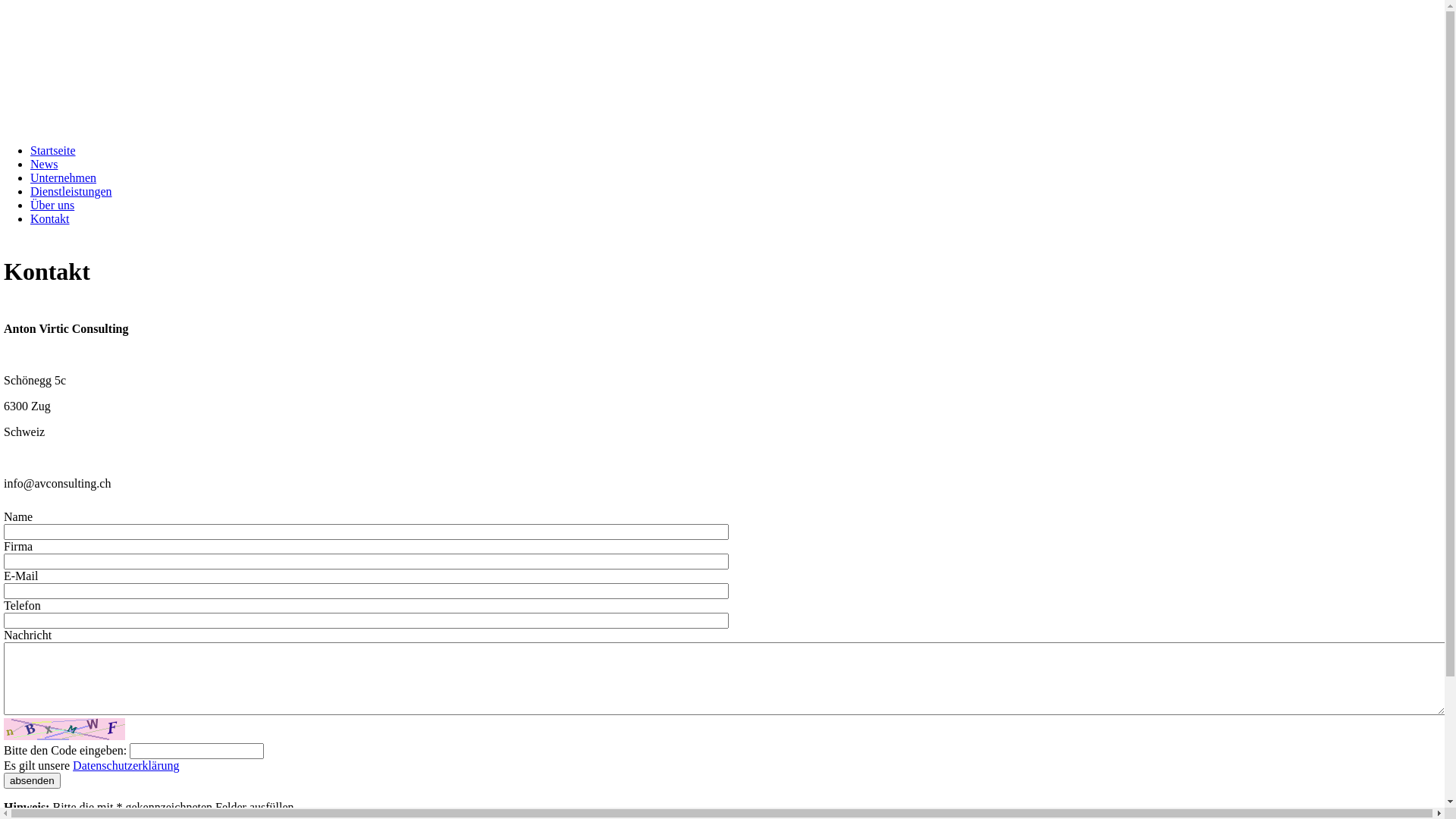 The width and height of the screenshot is (1456, 819). What do you see at coordinates (53, 150) in the screenshot?
I see `'Startseite'` at bounding box center [53, 150].